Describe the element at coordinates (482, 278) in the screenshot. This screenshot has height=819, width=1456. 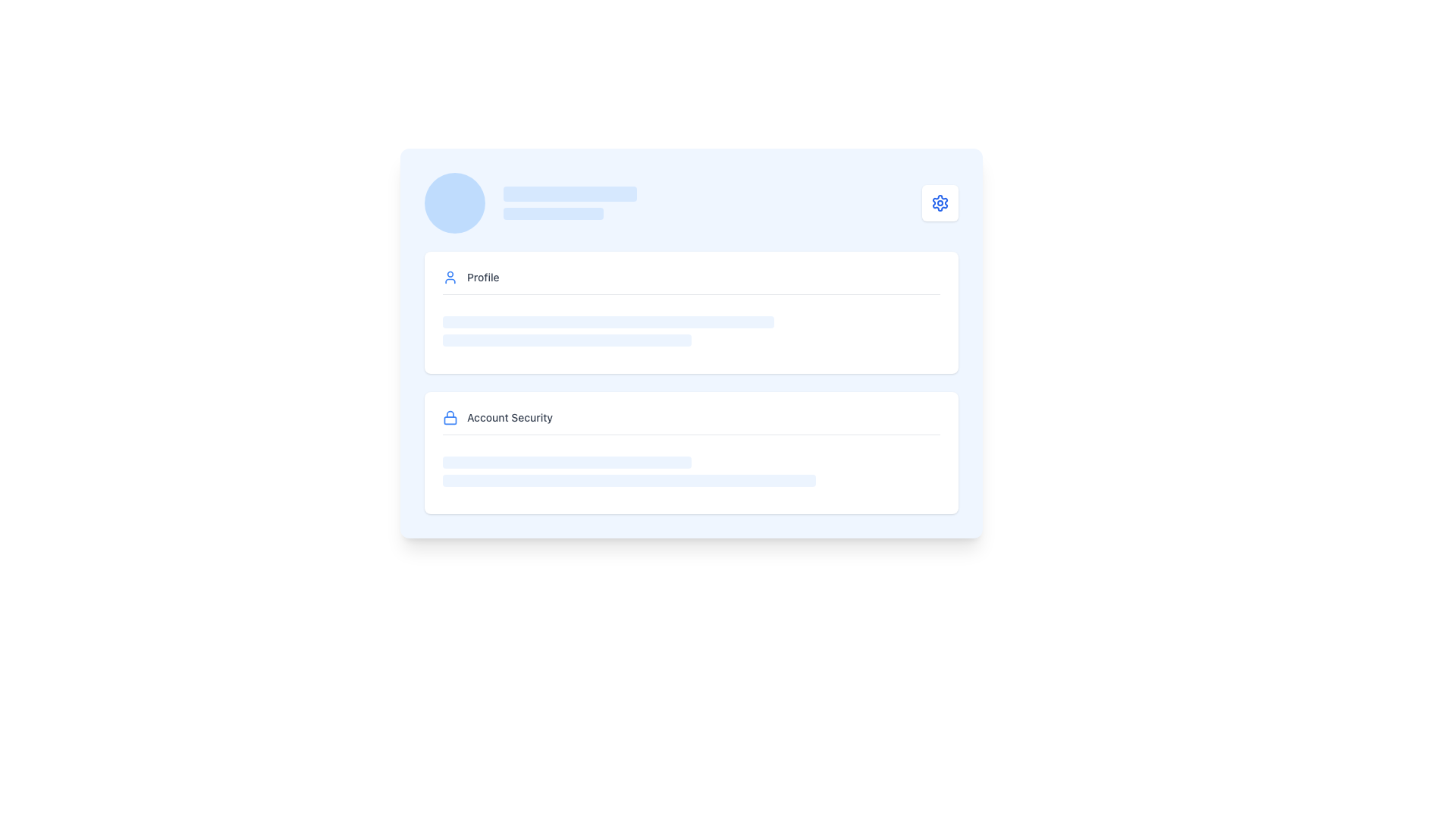
I see `the 'Profile' label, which is a small, gray text-based label associated with a user profile icon` at that location.